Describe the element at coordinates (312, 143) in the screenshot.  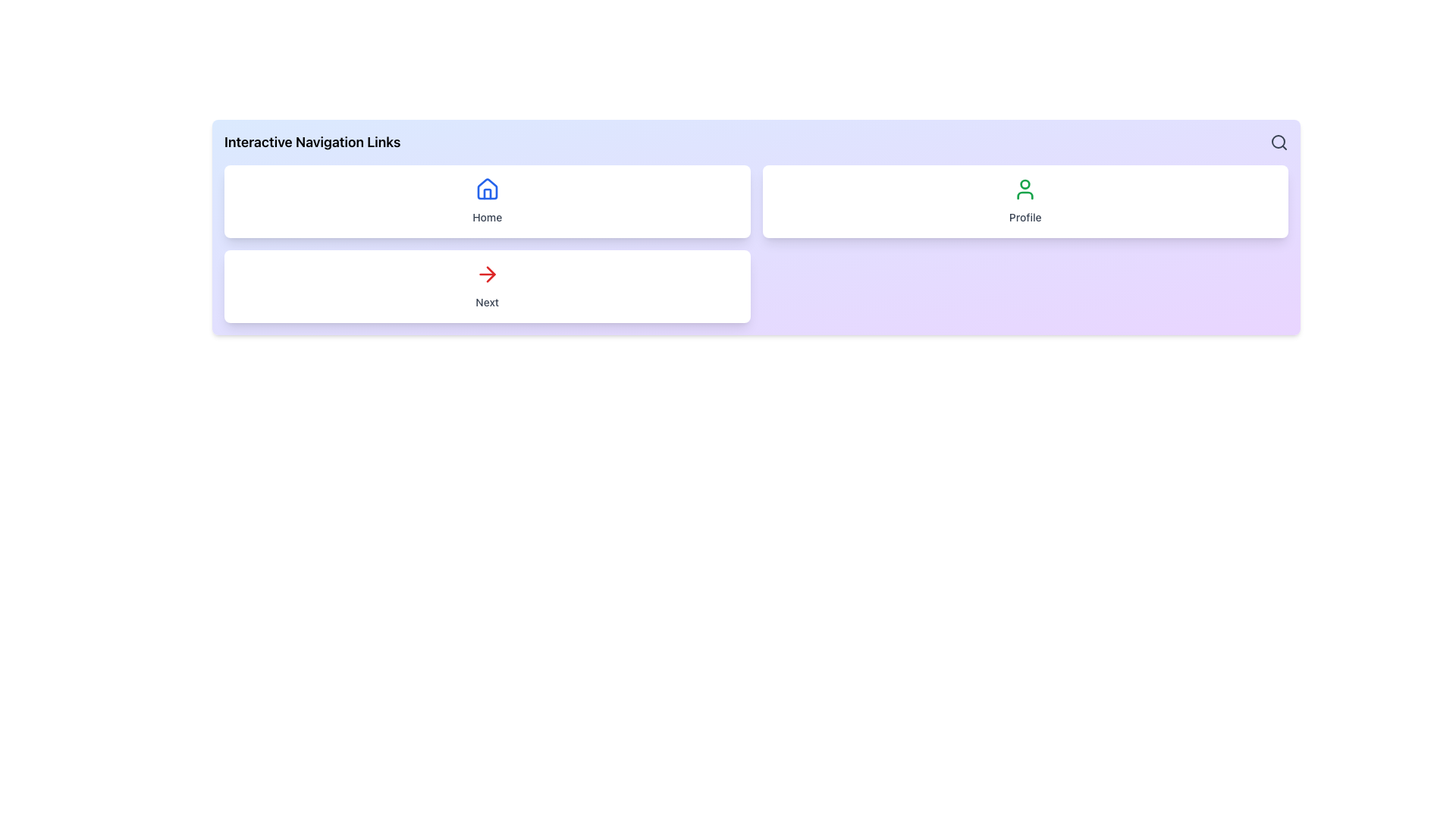
I see `the Text Label that serves as a header or title for the section, positioned in the upper left corner of the interface, significantly to the left of the search icon` at that location.